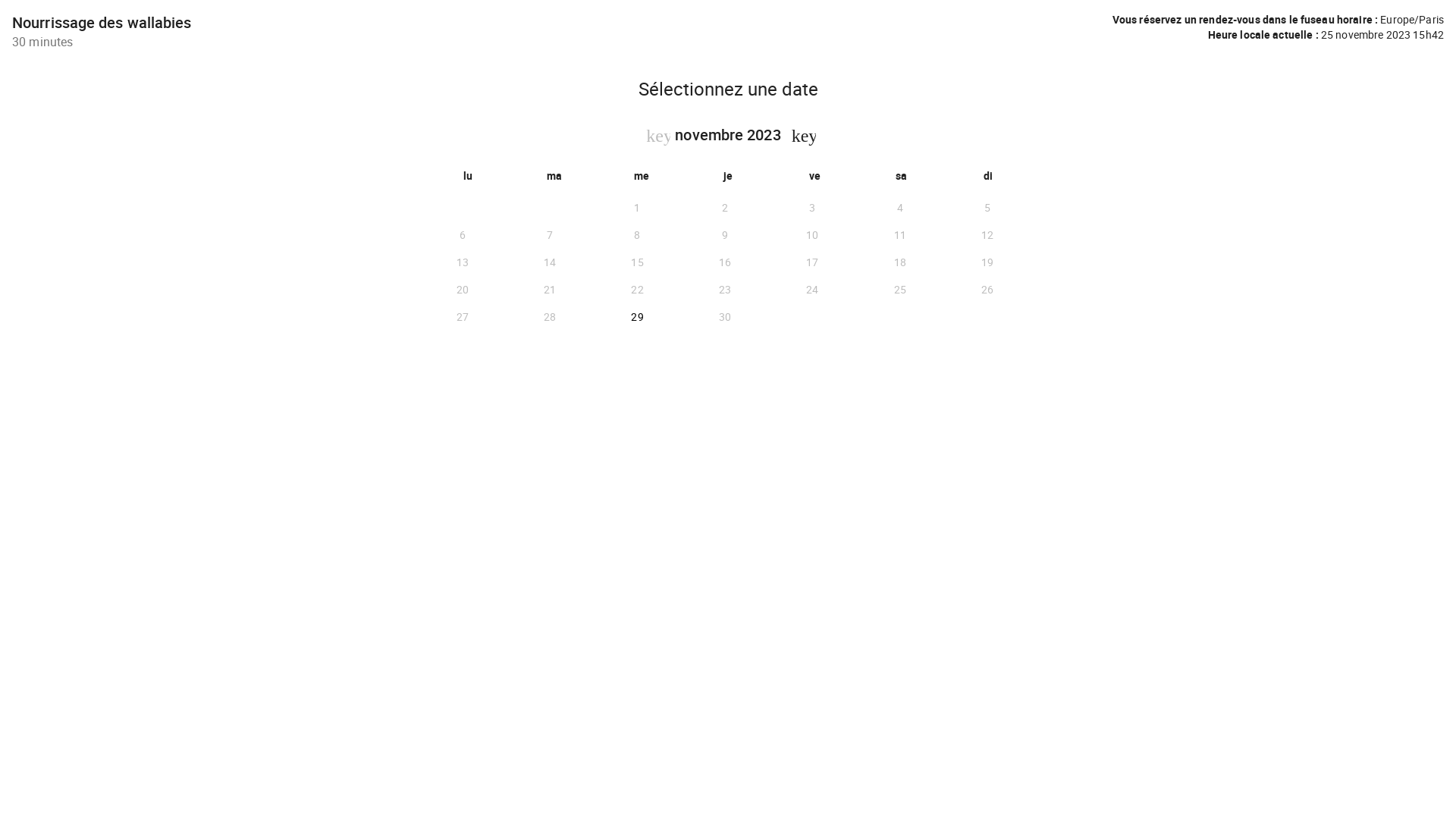  What do you see at coordinates (987, 262) in the screenshot?
I see `'19'` at bounding box center [987, 262].